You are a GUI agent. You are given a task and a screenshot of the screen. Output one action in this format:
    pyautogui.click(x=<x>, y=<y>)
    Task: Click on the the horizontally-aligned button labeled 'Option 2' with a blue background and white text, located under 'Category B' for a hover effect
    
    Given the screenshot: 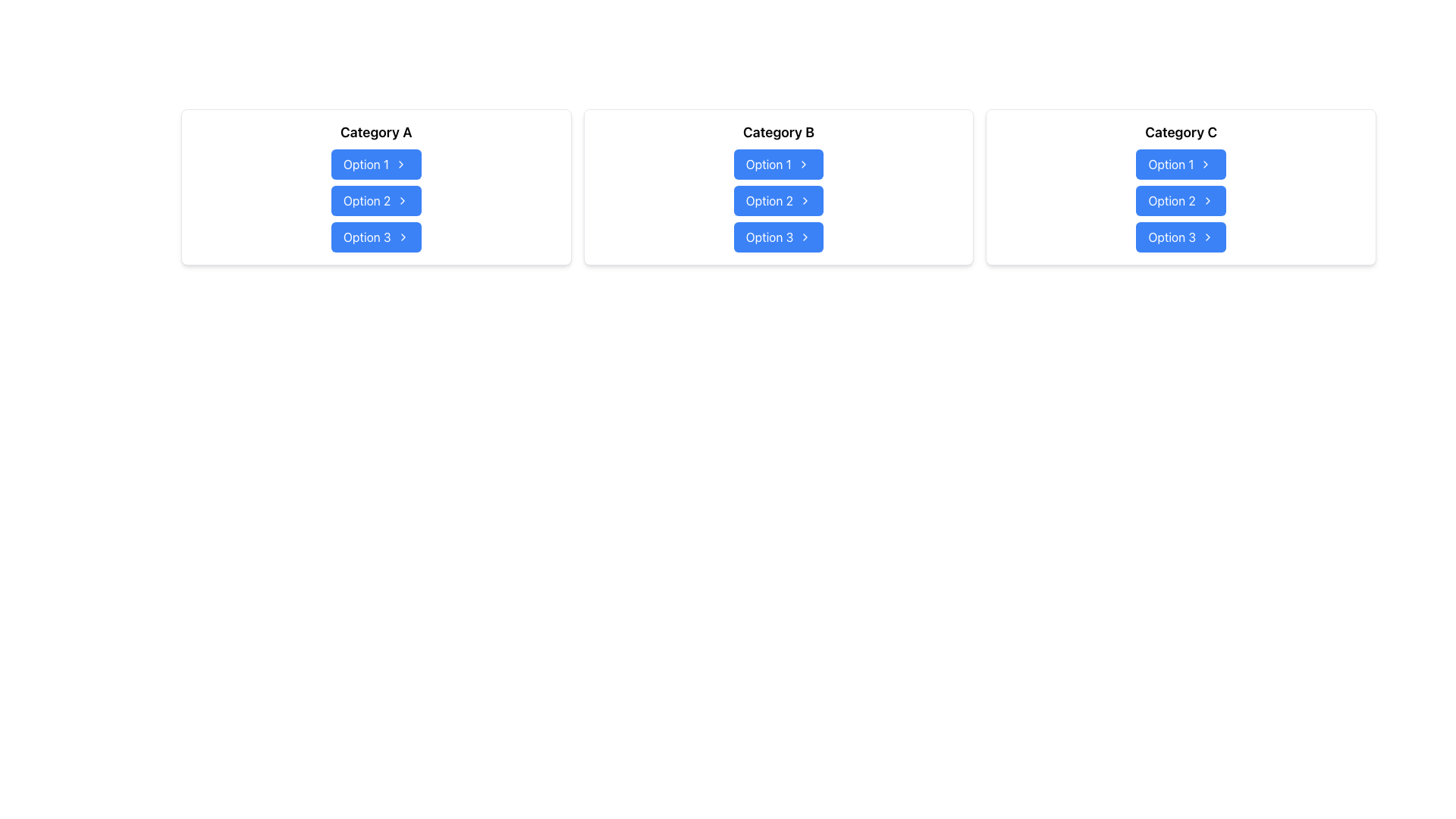 What is the action you would take?
    pyautogui.click(x=779, y=200)
    